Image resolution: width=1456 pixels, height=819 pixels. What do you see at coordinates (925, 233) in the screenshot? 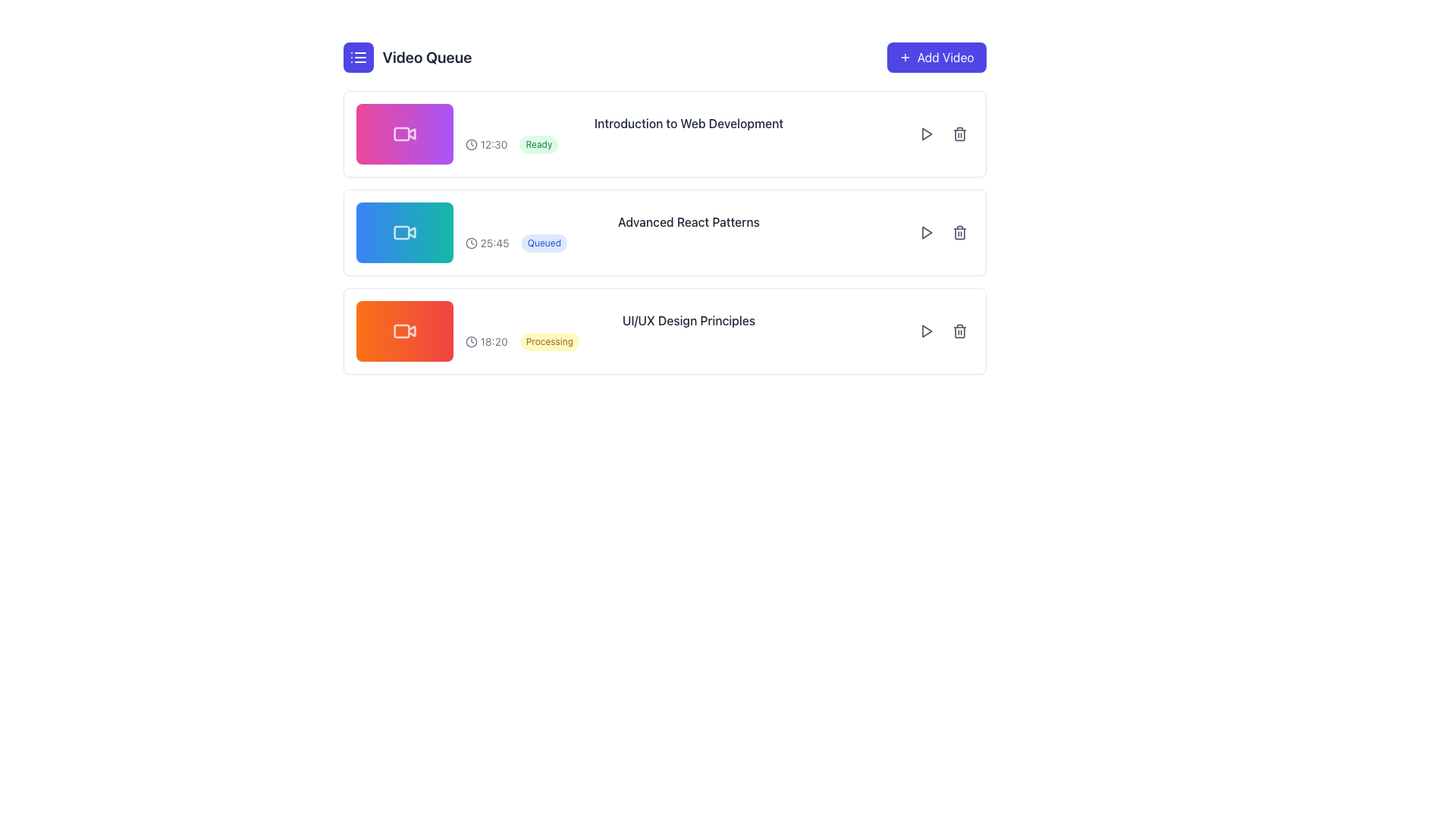
I see `the play button in the action column of the 'Advanced React Patterns' row to observe a color change` at bounding box center [925, 233].